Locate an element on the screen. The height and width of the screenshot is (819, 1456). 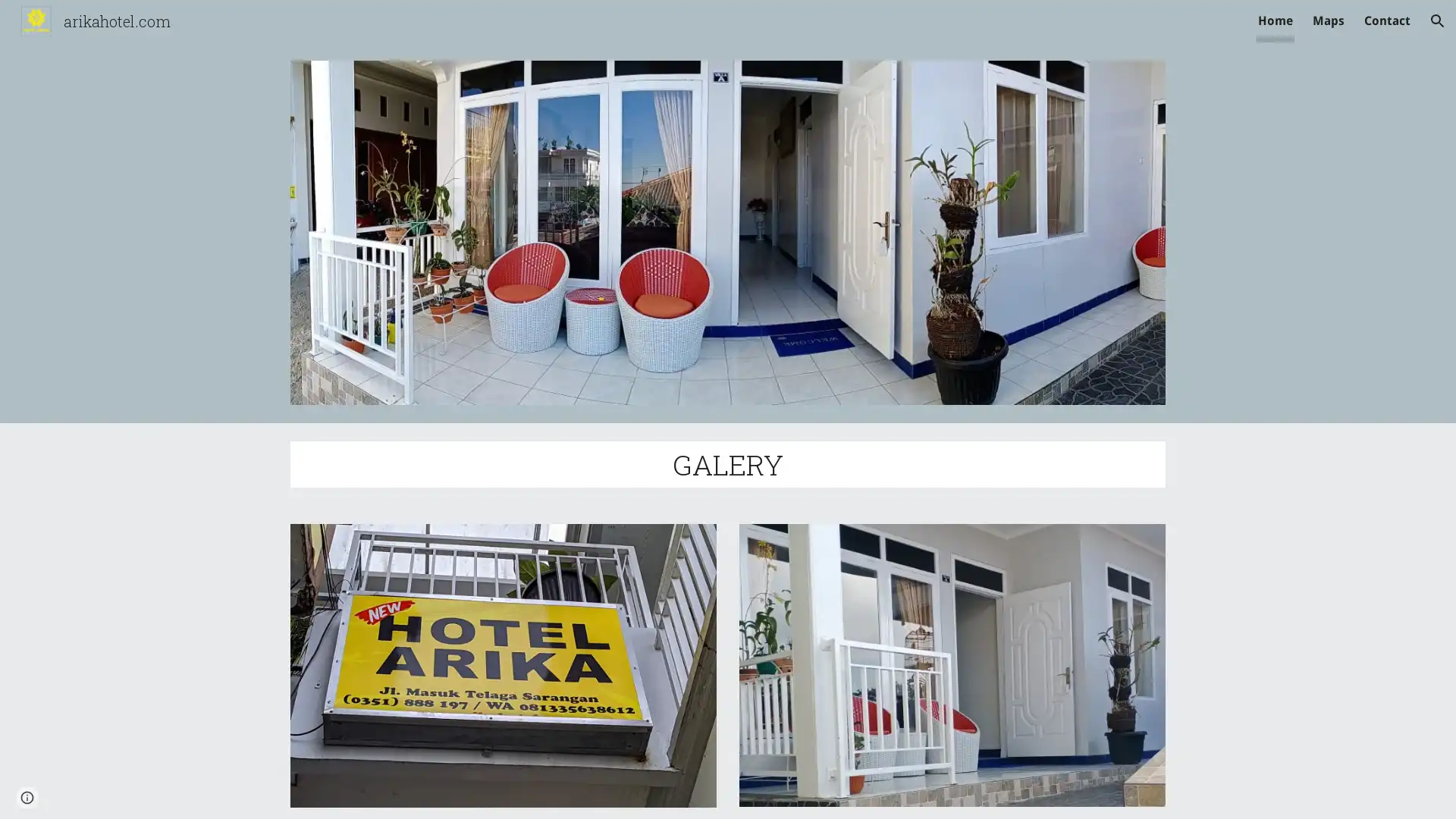
Copy heading link is located at coordinates (800, 463).